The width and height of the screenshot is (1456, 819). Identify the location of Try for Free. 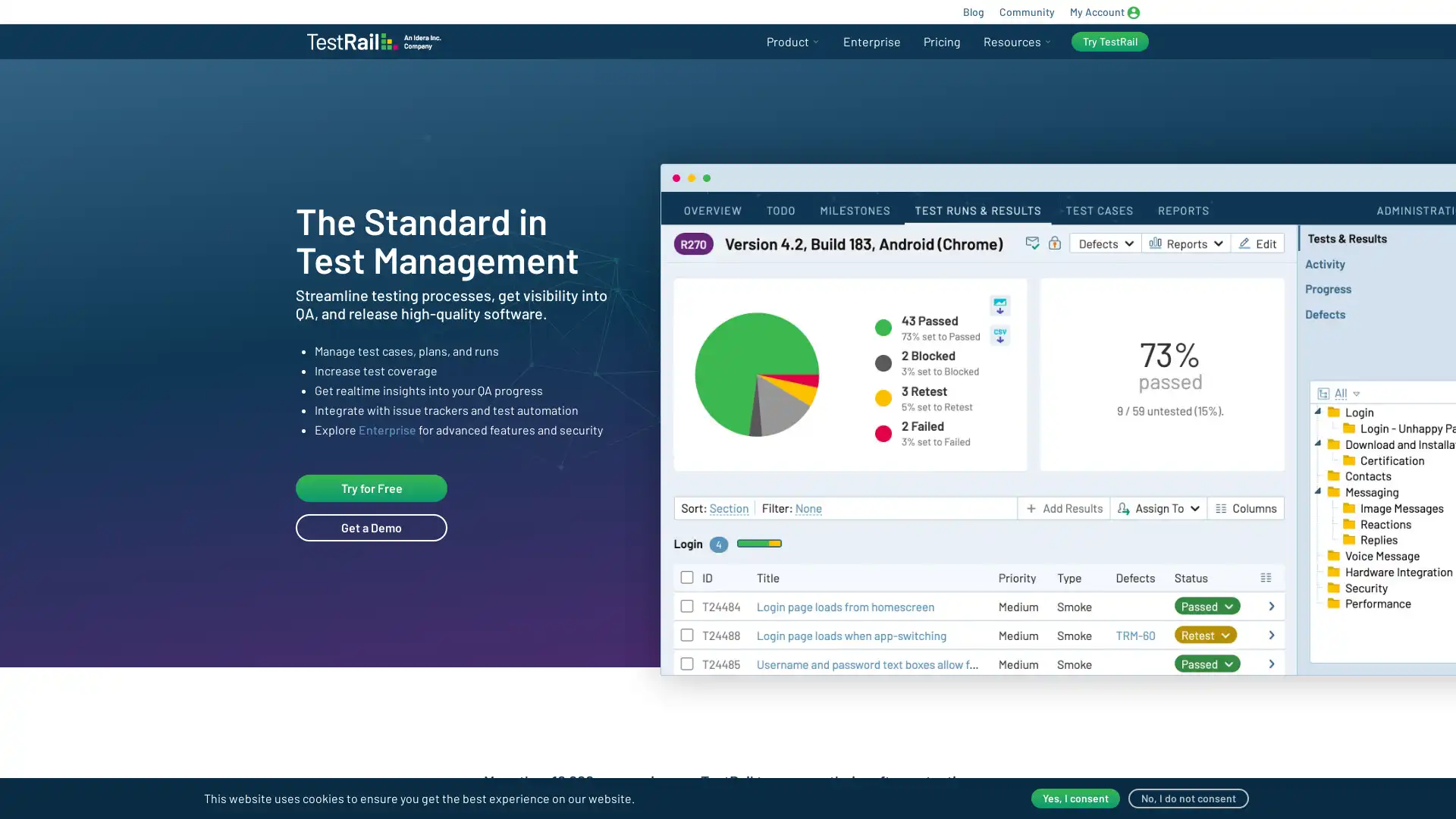
(371, 488).